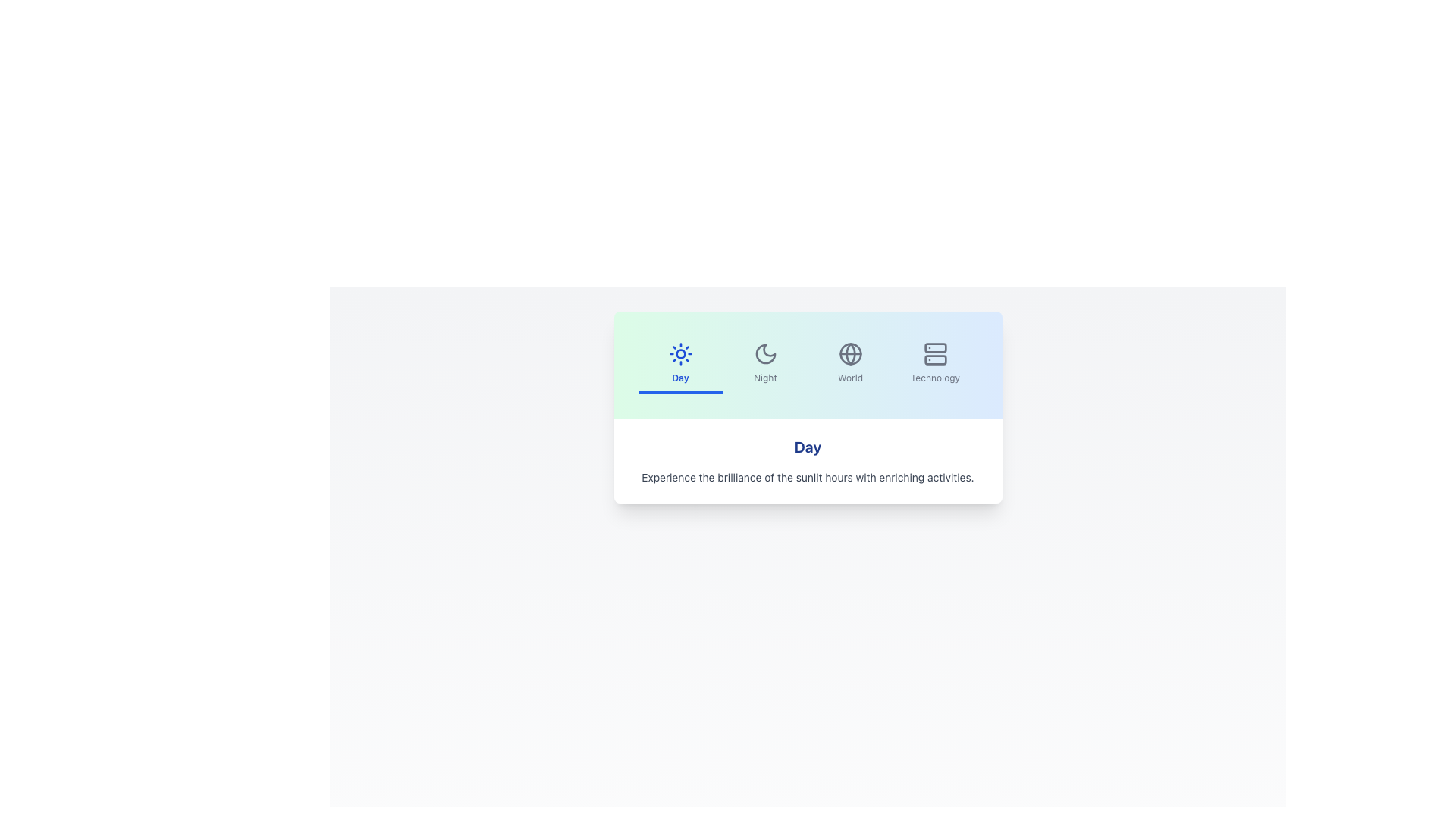 The image size is (1456, 819). I want to click on the text element displaying 'World', which is located below a globe icon in a horizontal menu of four options, so click(850, 377).